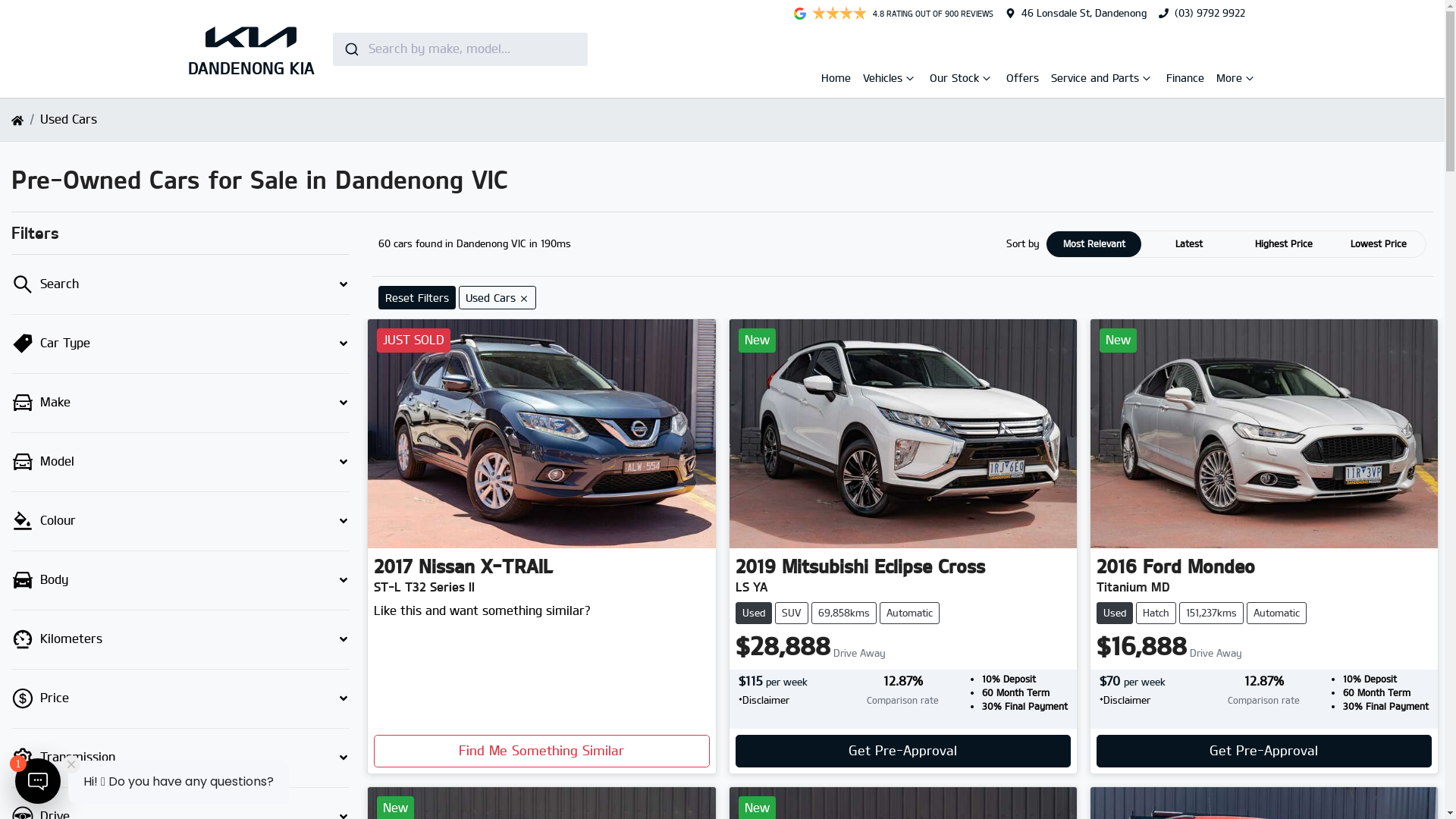  Describe the element at coordinates (180, 698) in the screenshot. I see `'Price'` at that location.